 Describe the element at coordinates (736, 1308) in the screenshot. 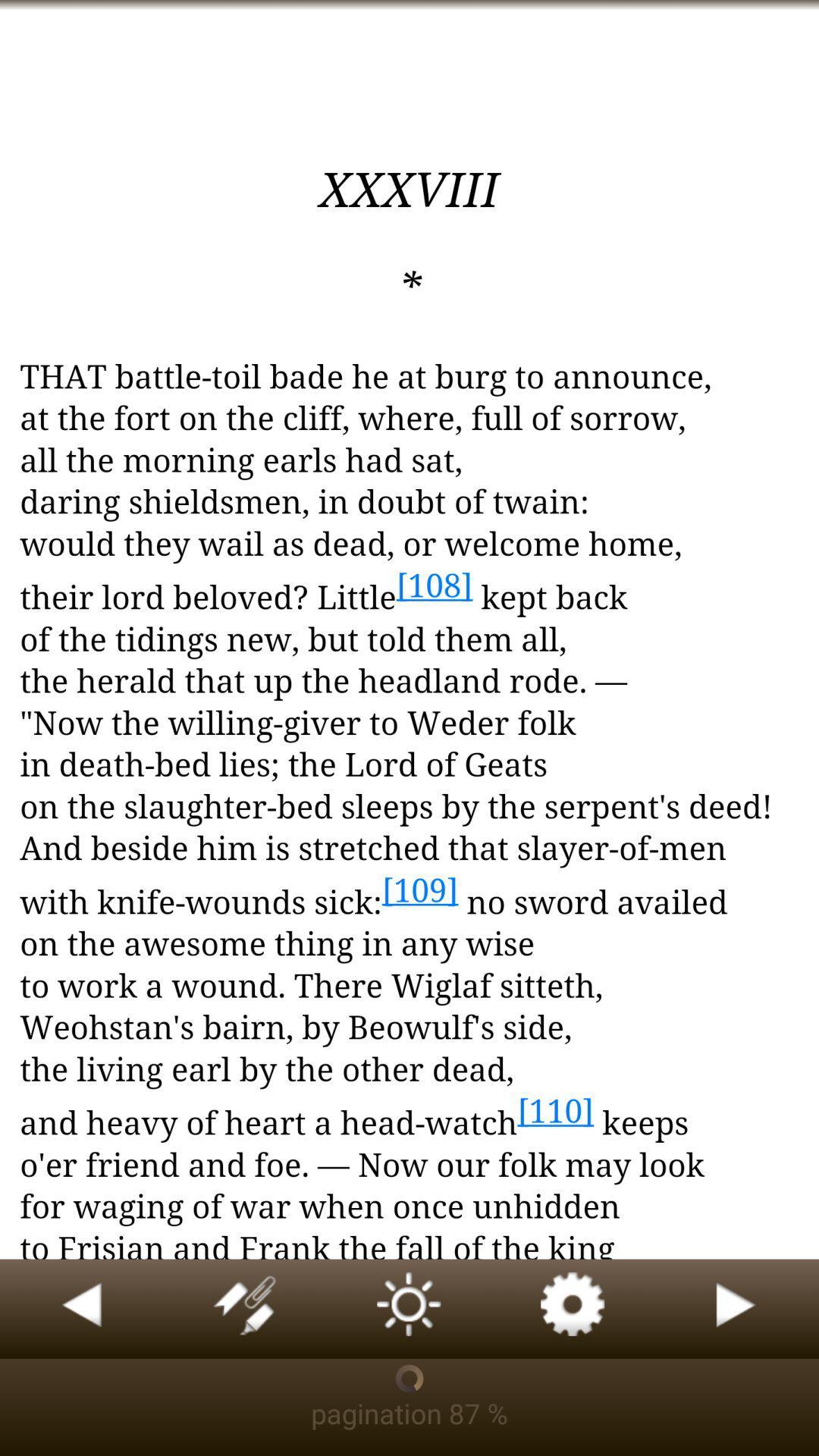

I see `next` at that location.